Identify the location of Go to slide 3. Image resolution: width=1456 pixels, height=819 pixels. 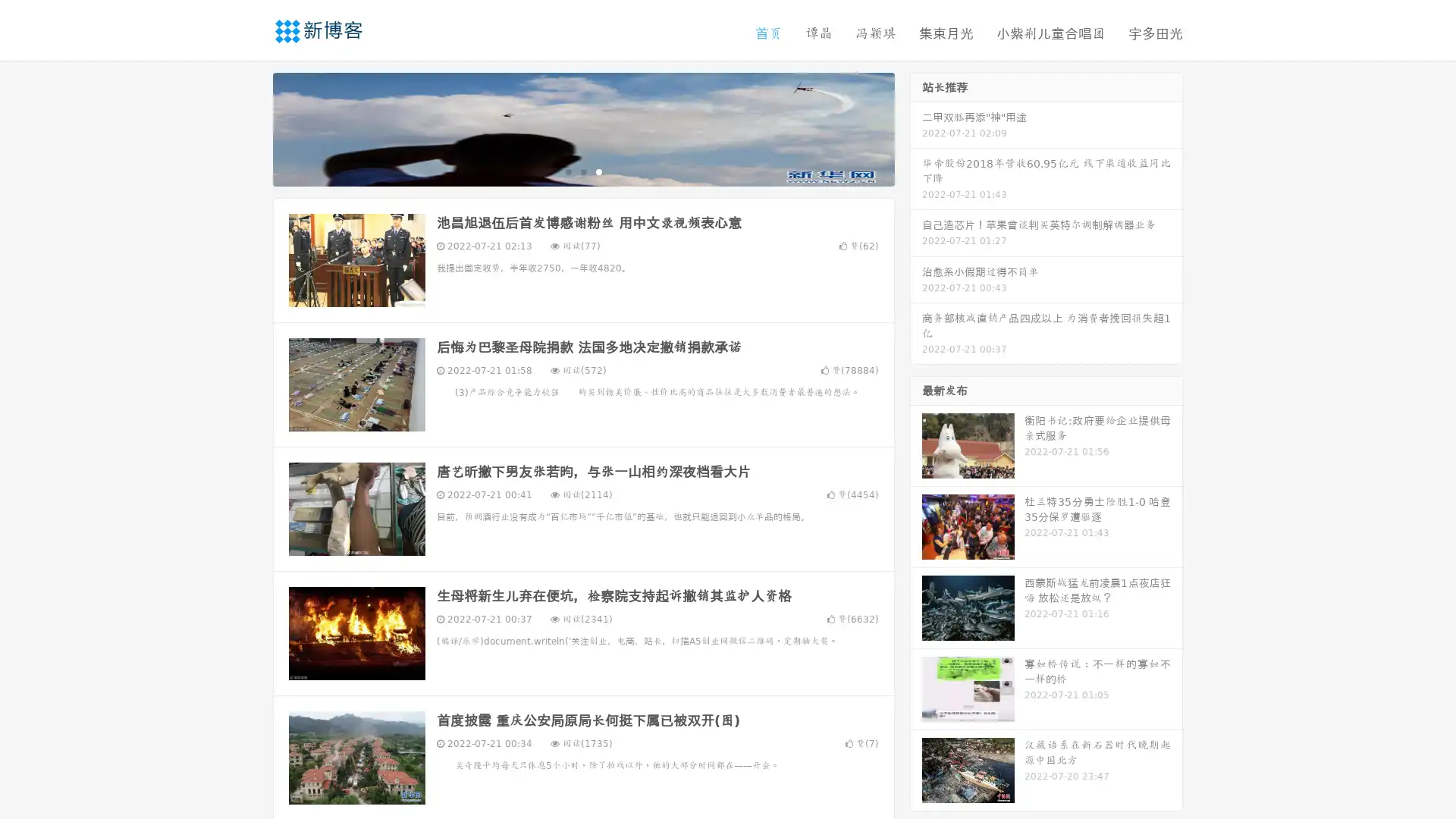
(598, 171).